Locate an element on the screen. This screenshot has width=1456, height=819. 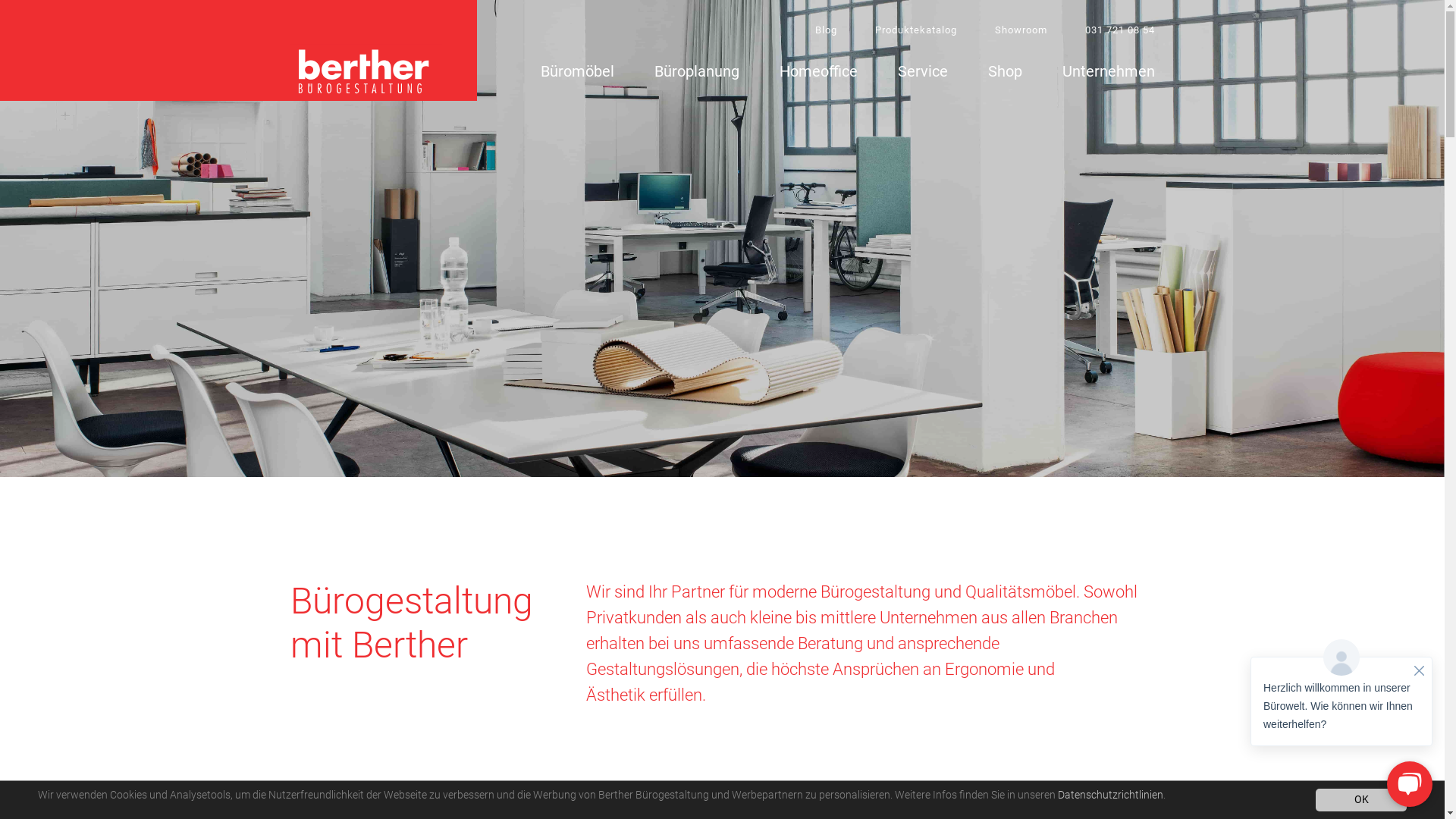
'031 721 08 54' is located at coordinates (1119, 30).